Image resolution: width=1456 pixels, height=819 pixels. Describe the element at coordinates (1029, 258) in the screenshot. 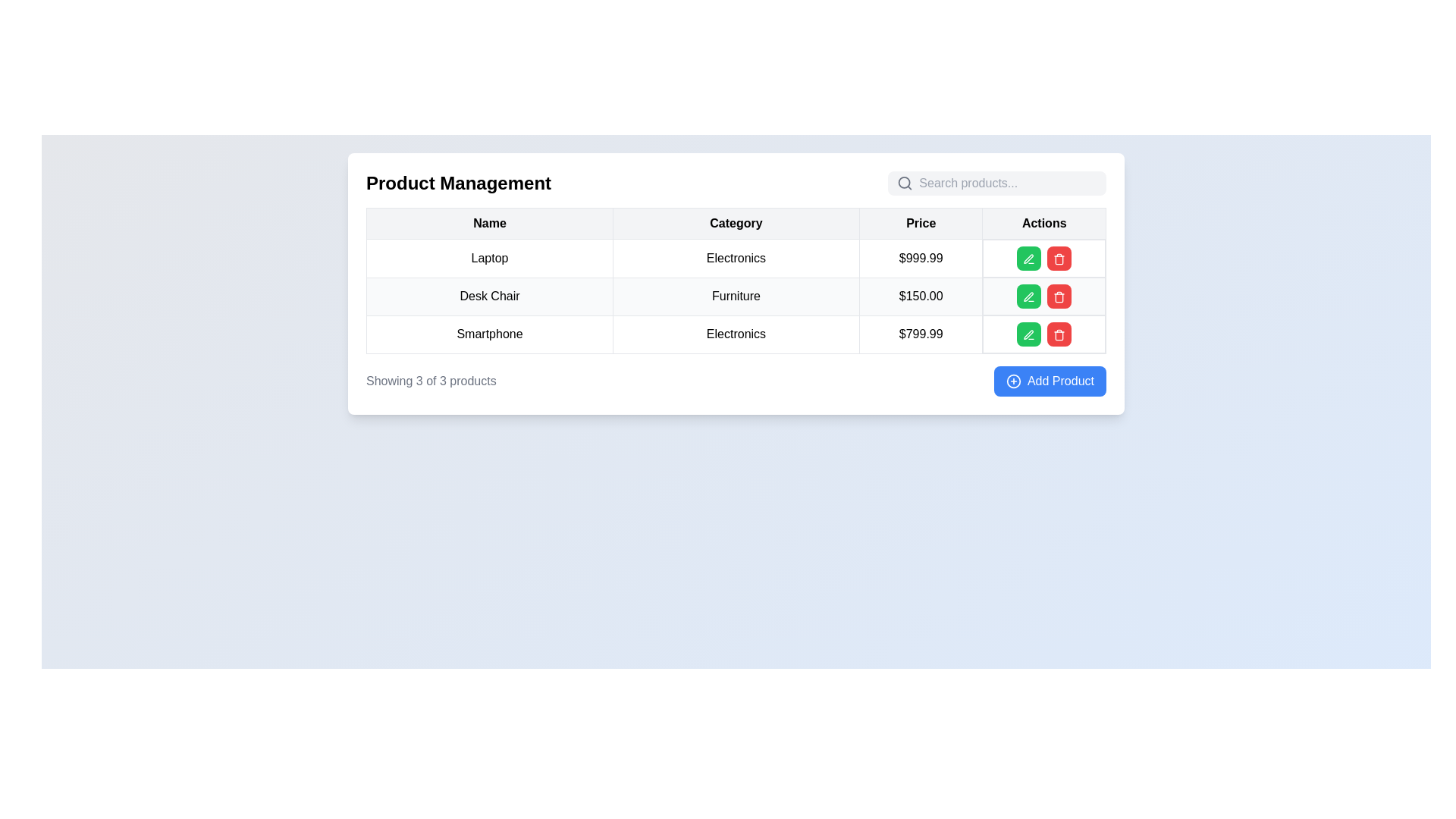

I see `the pen icon styled with a thin stroke and rounded ends, which is part of the 'Actions' column in the first row of the table, to initiate editing mode` at that location.